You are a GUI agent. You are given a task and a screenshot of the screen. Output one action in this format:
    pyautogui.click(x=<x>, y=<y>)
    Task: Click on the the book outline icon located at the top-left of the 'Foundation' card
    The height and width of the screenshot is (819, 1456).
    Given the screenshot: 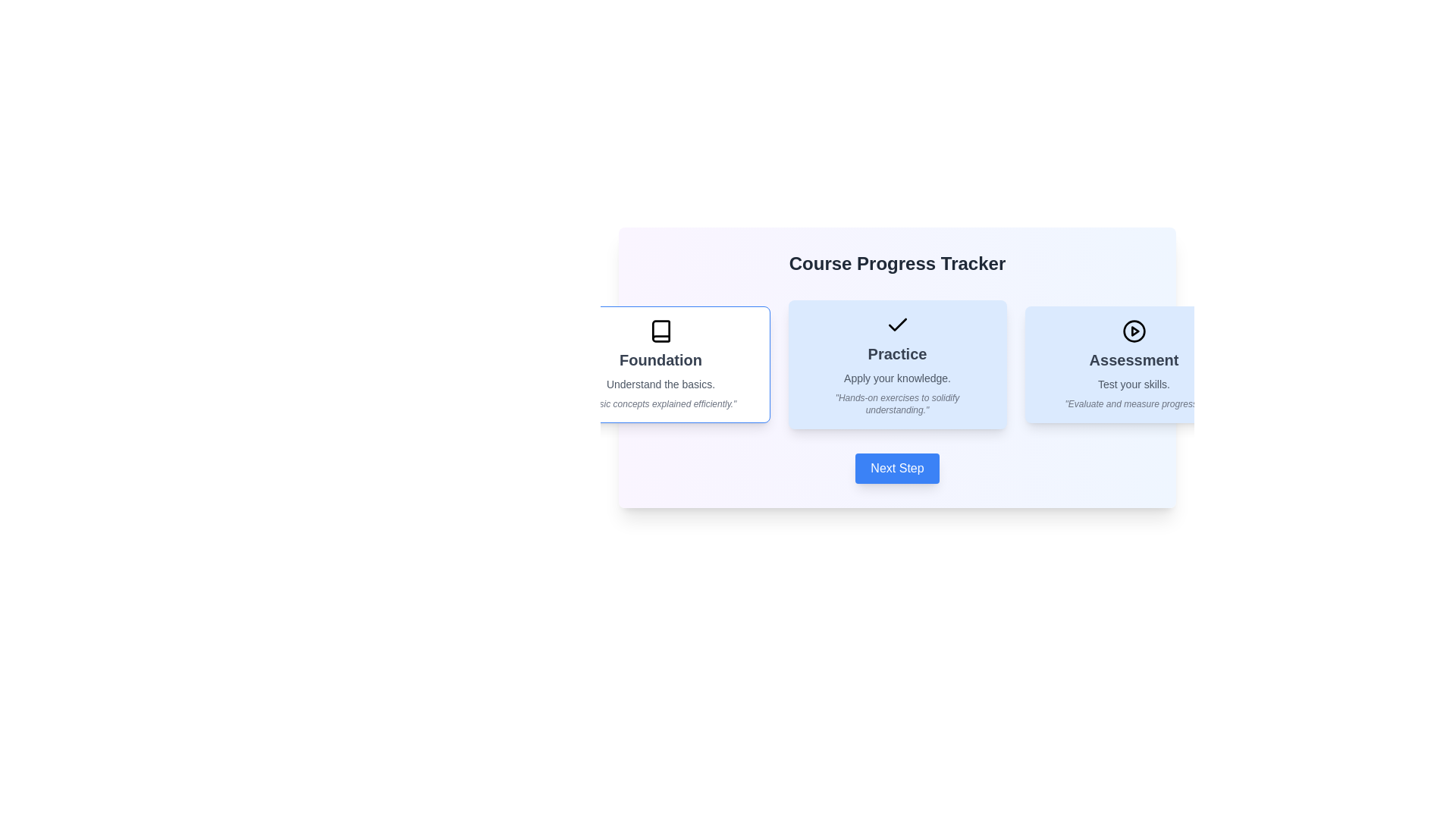 What is the action you would take?
    pyautogui.click(x=661, y=330)
    